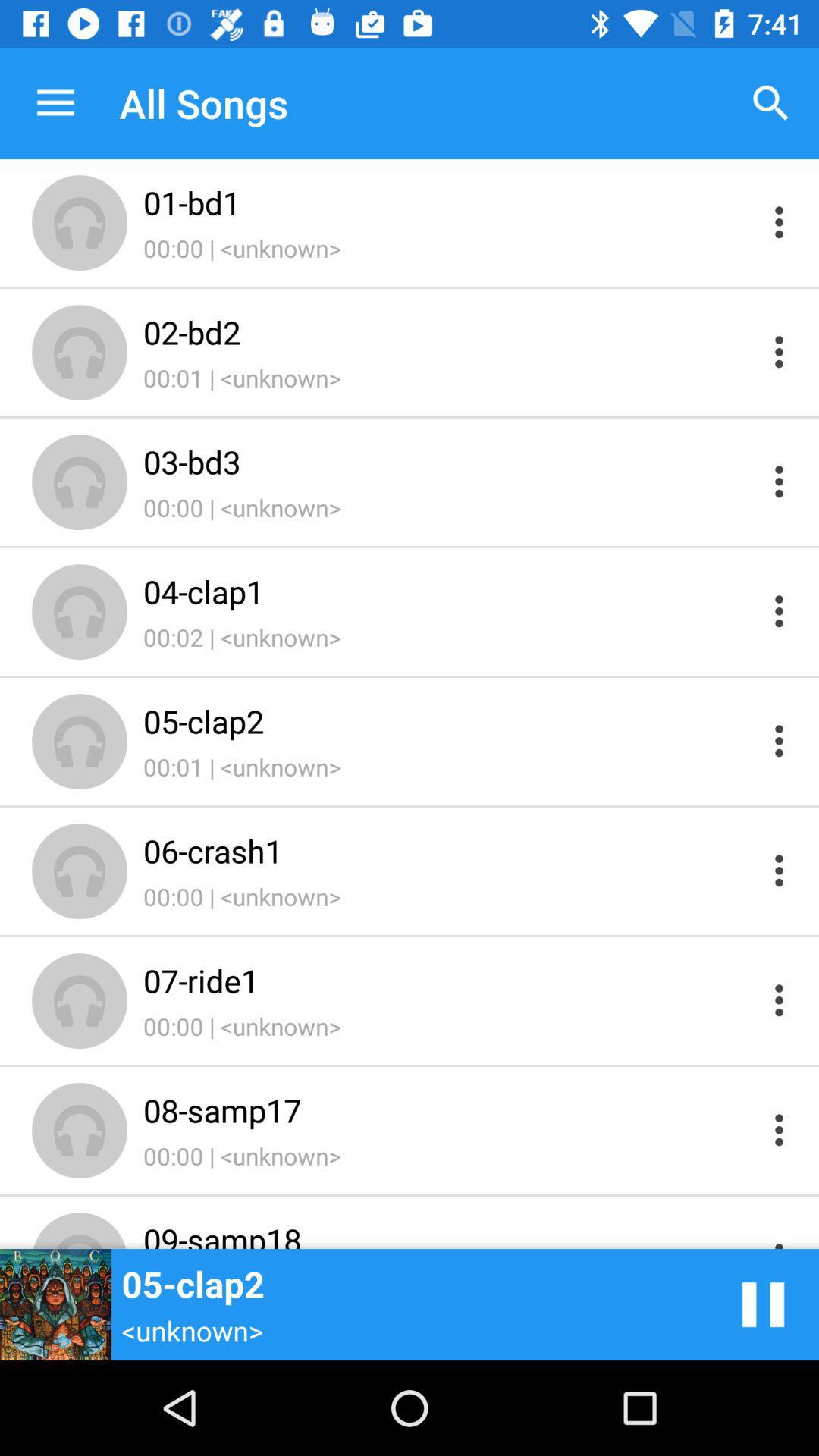 This screenshot has width=819, height=1456. I want to click on see information on file, so click(779, 871).